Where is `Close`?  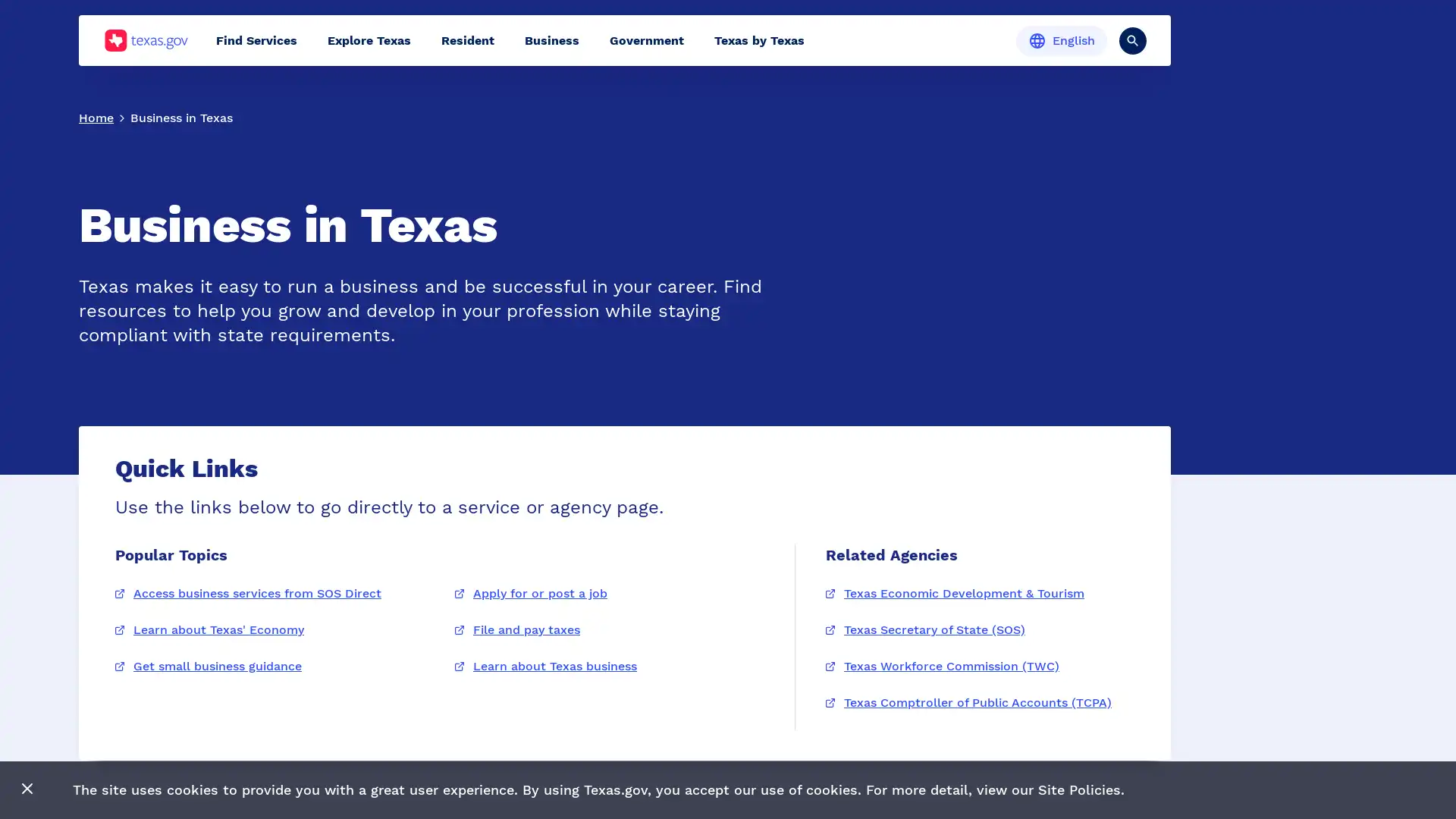
Close is located at coordinates (27, 789).